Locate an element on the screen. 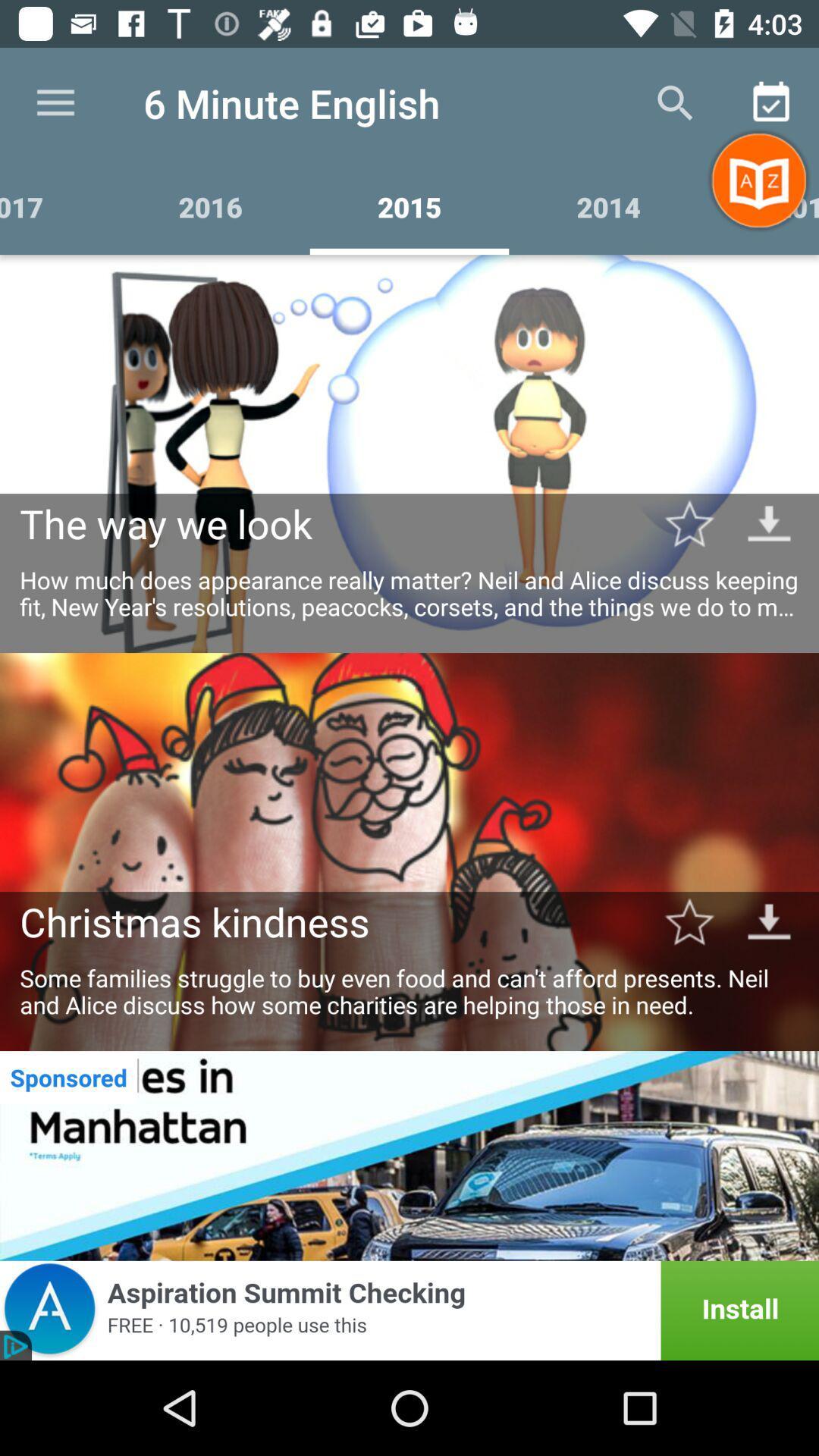  to advertisement is located at coordinates (409, 1155).